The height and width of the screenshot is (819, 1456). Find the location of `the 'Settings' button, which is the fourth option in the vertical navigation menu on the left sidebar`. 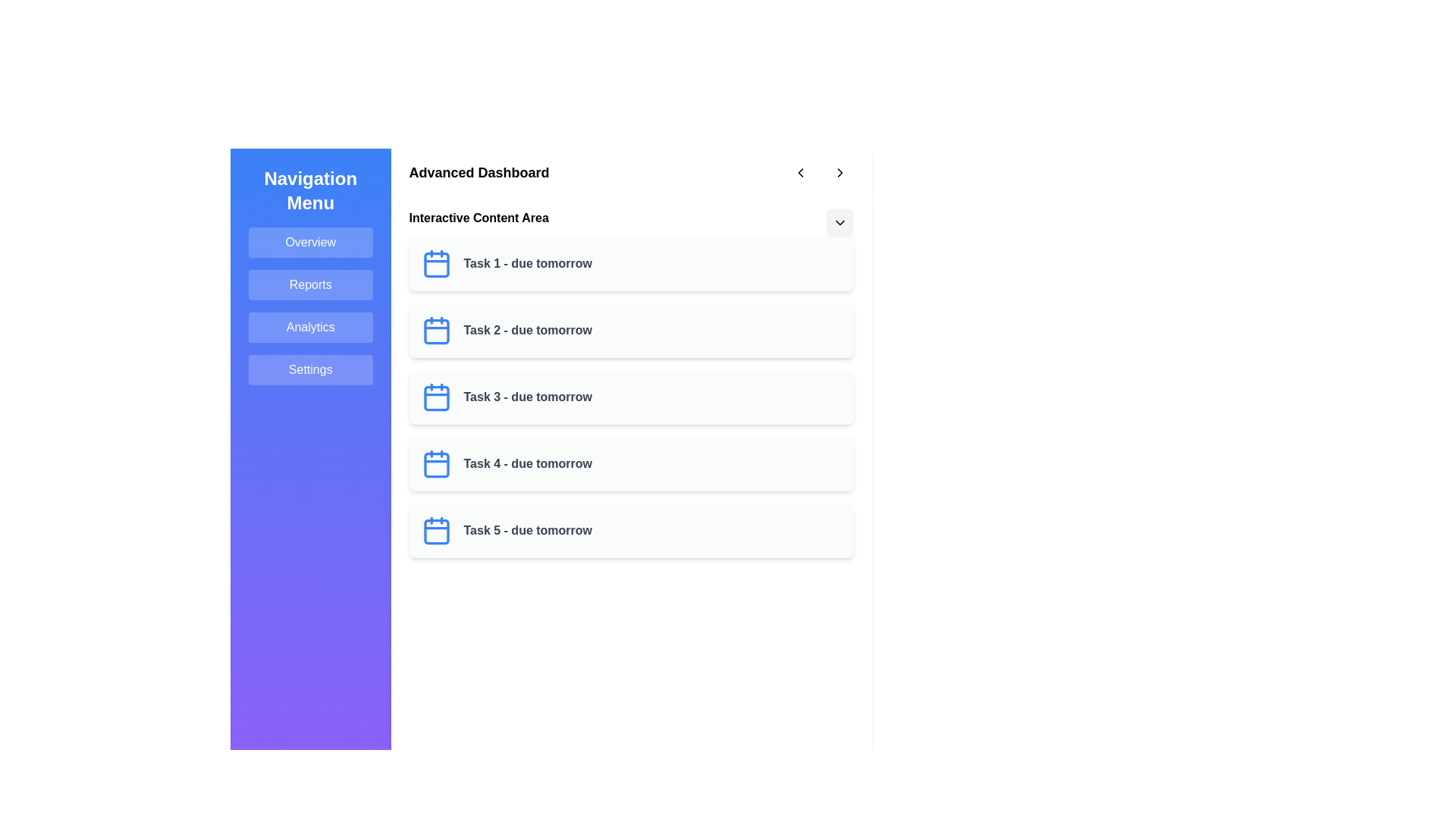

the 'Settings' button, which is the fourth option in the vertical navigation menu on the left sidebar is located at coordinates (309, 370).